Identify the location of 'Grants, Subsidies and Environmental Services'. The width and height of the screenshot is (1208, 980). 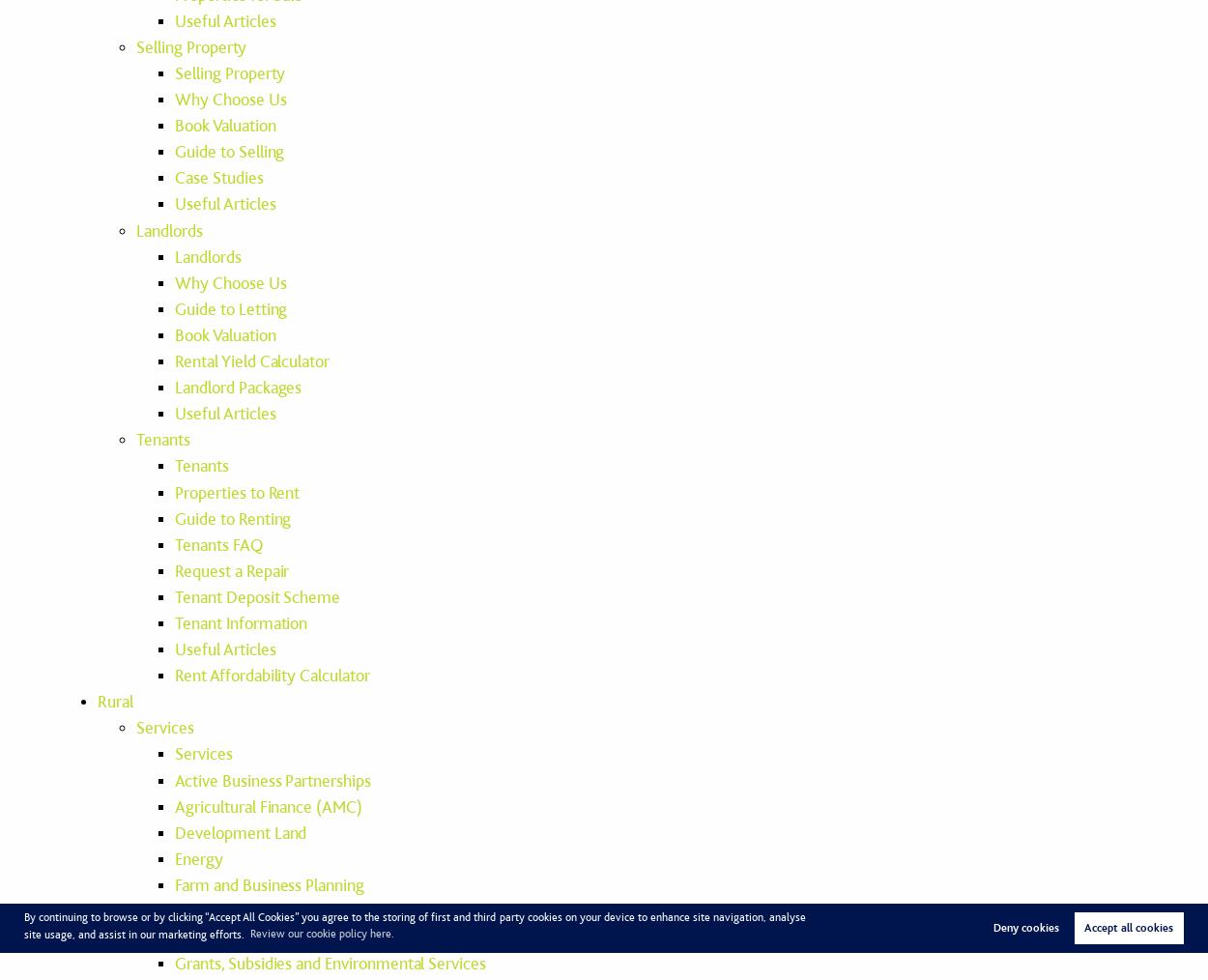
(329, 964).